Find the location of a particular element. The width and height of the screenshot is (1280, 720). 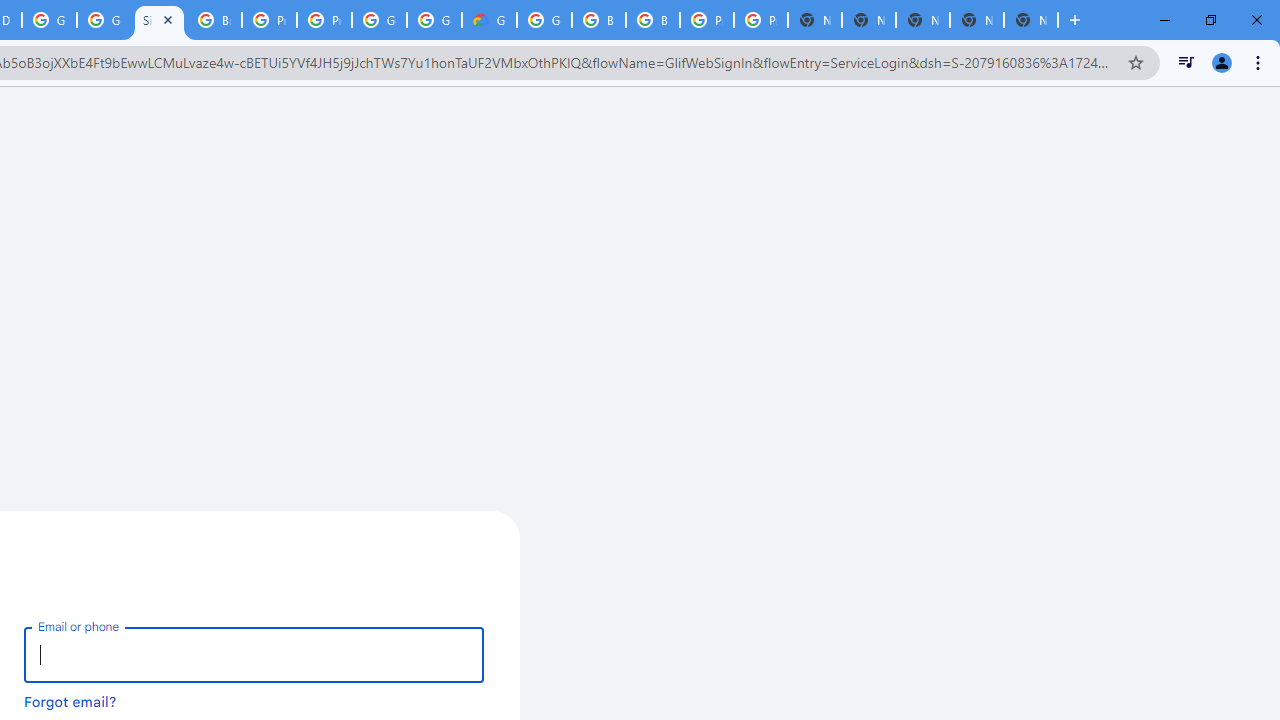

'New Tab' is located at coordinates (1031, 20).